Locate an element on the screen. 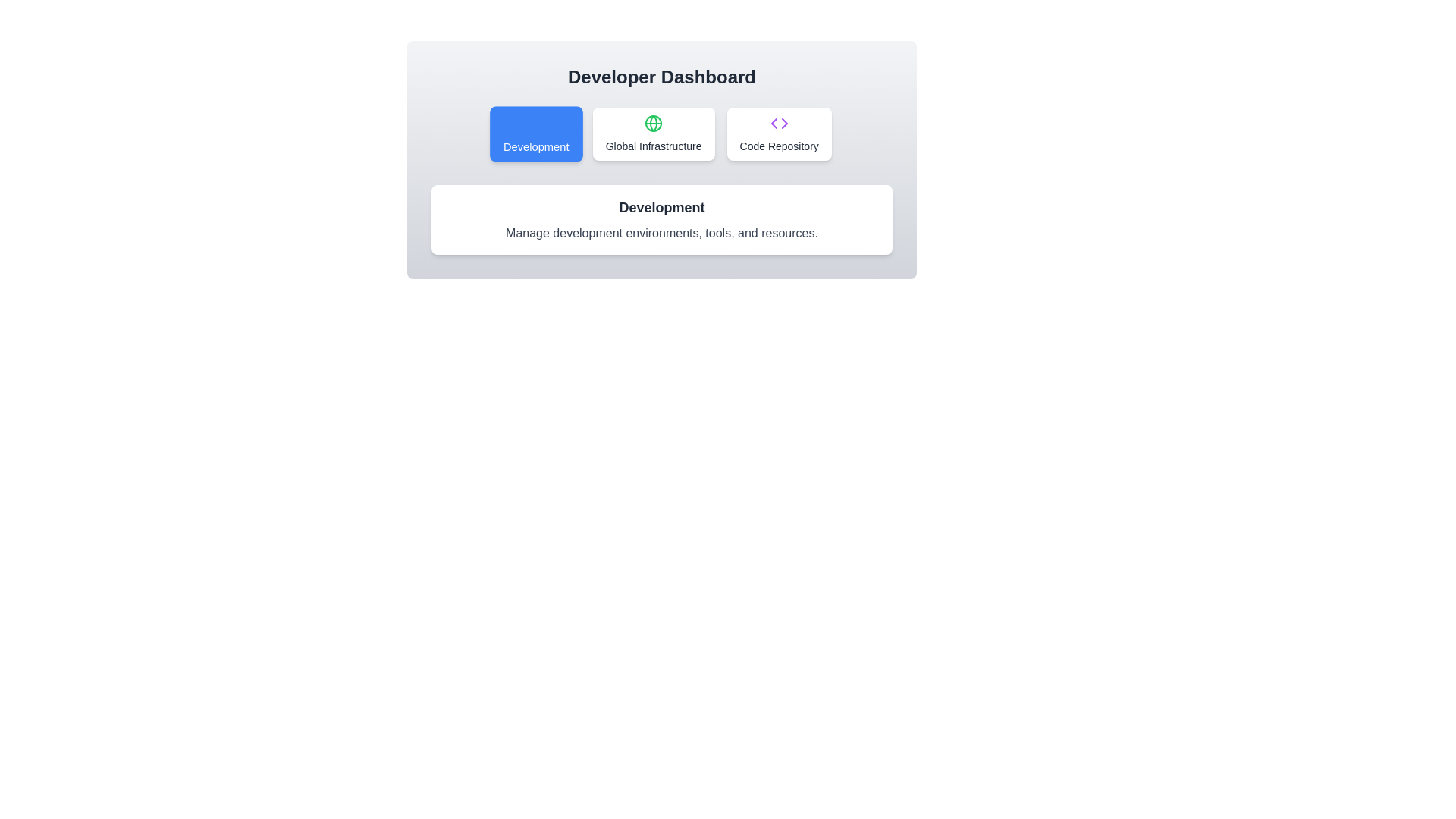 The image size is (1456, 819). the tab labeled Development to view its icon and content is located at coordinates (535, 133).